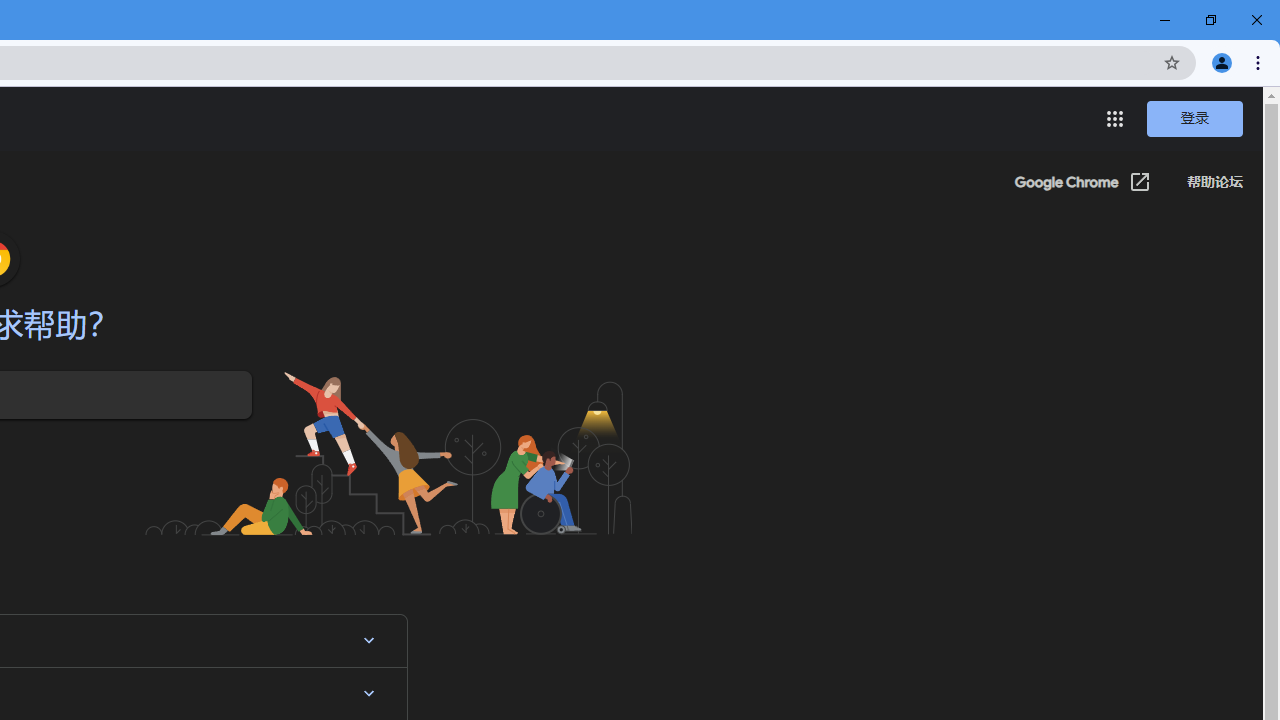 Image resolution: width=1280 pixels, height=720 pixels. Describe the element at coordinates (1255, 20) in the screenshot. I see `'Close'` at that location.